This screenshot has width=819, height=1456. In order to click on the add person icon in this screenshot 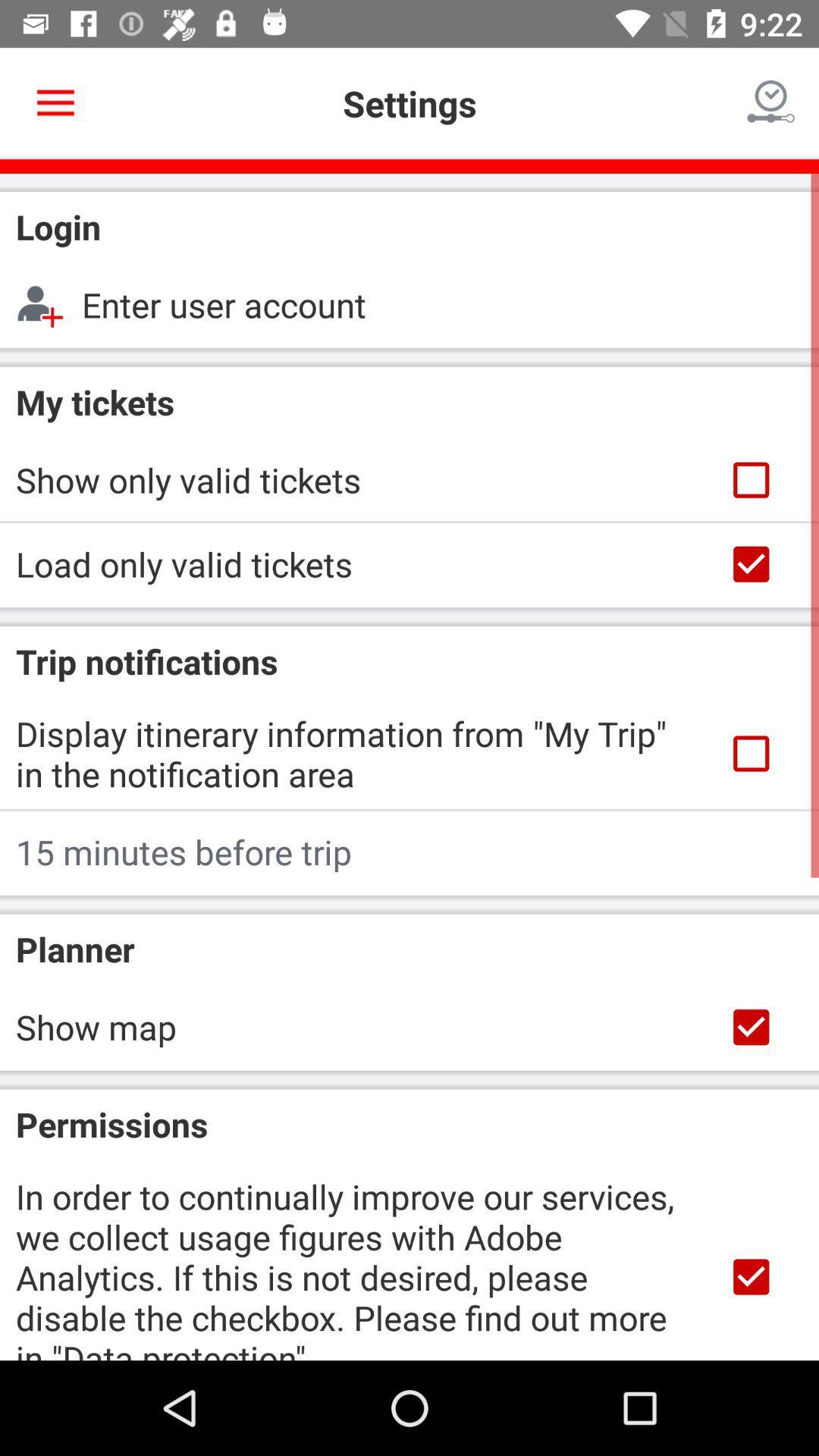, I will do `click(48, 304)`.